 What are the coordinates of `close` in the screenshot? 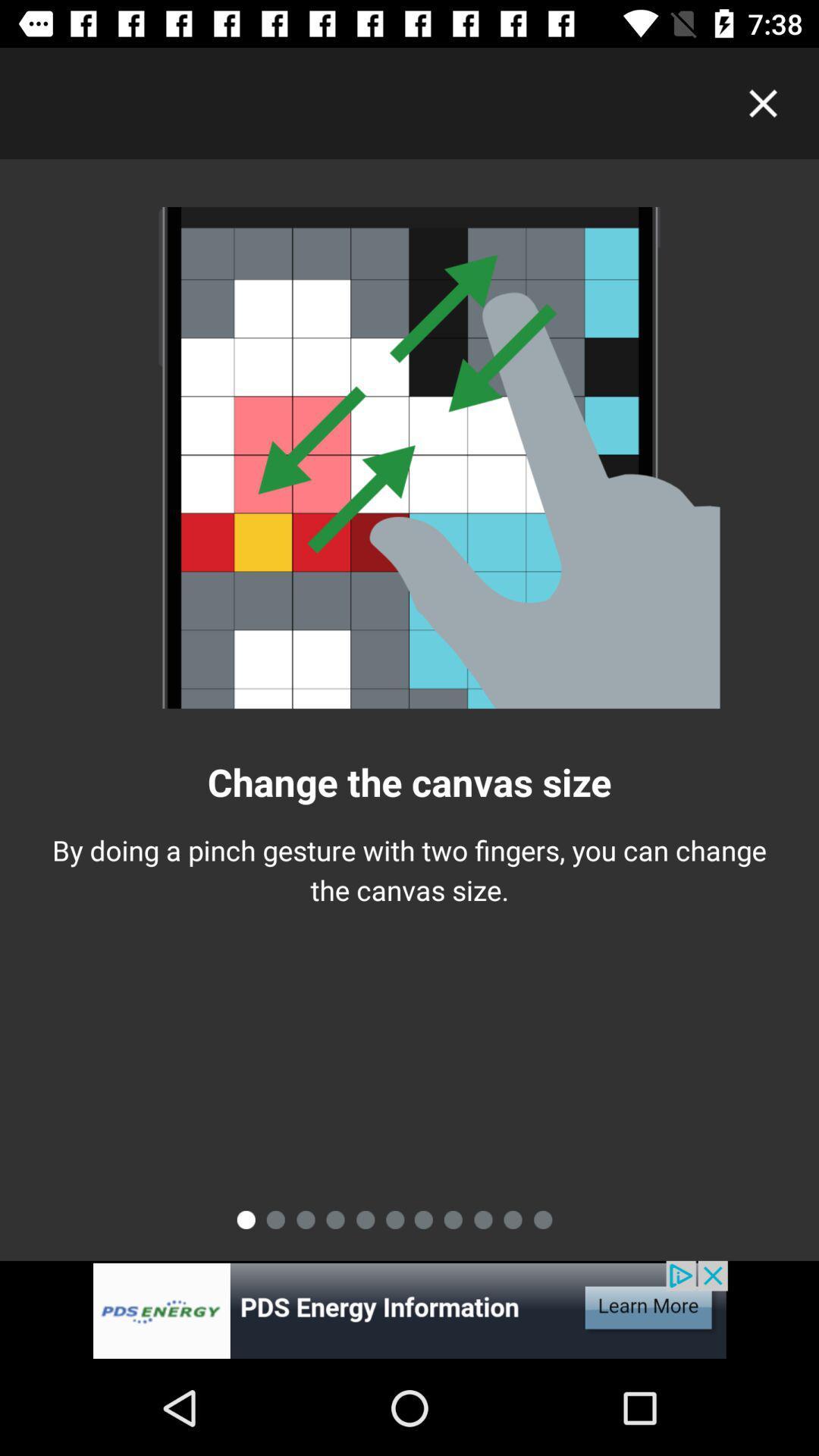 It's located at (763, 102).